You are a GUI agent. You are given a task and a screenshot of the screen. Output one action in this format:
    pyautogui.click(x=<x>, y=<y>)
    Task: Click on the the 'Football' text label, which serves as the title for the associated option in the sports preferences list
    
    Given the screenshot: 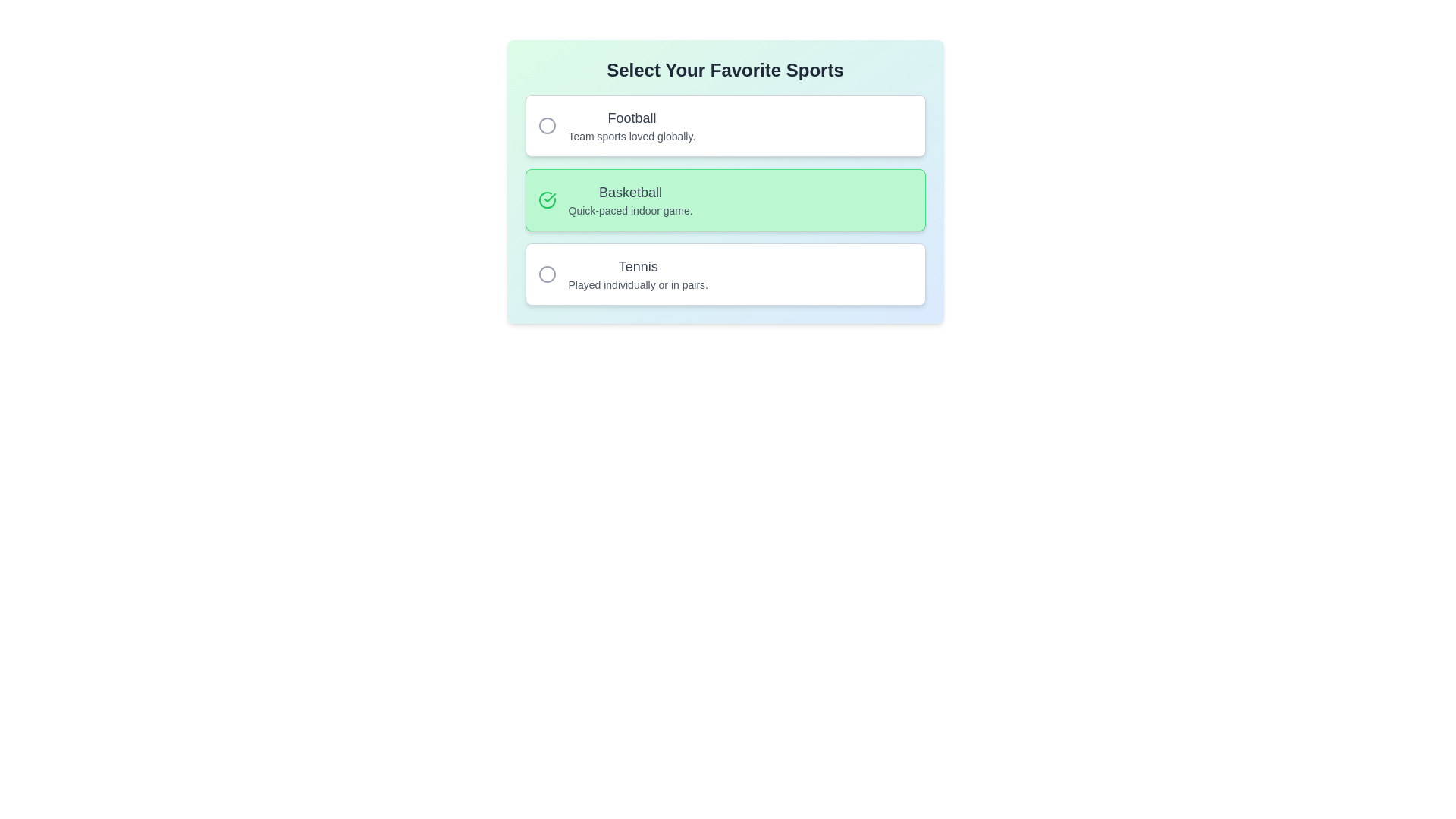 What is the action you would take?
    pyautogui.click(x=632, y=117)
    